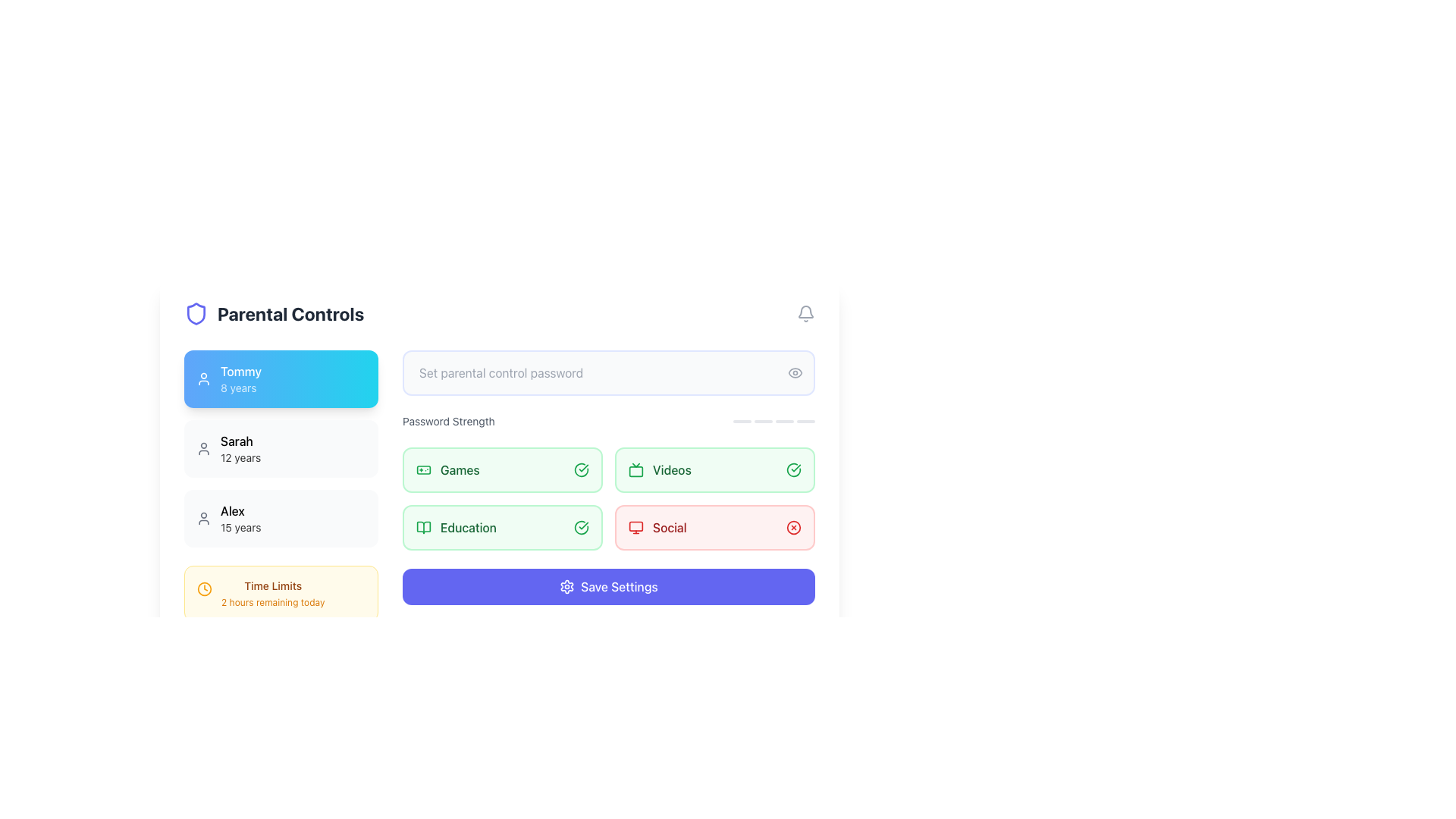 The height and width of the screenshot is (819, 1456). I want to click on the 'Games' icon located in the upper-left region of the main content area within the 'Password Strength' section, so click(423, 469).